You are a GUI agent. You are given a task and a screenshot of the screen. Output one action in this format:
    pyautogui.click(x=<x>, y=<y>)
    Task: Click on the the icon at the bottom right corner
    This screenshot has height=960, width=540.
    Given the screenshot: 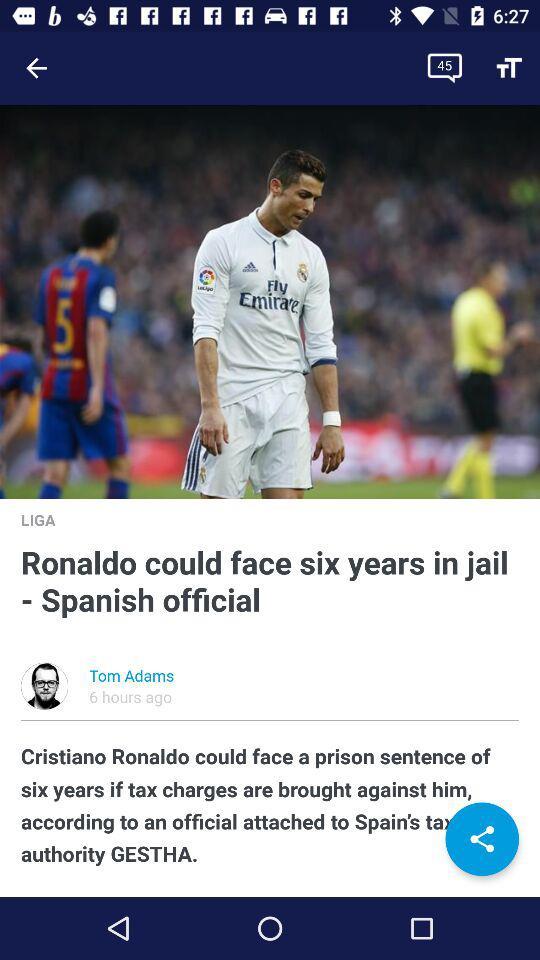 What is the action you would take?
    pyautogui.click(x=481, y=839)
    